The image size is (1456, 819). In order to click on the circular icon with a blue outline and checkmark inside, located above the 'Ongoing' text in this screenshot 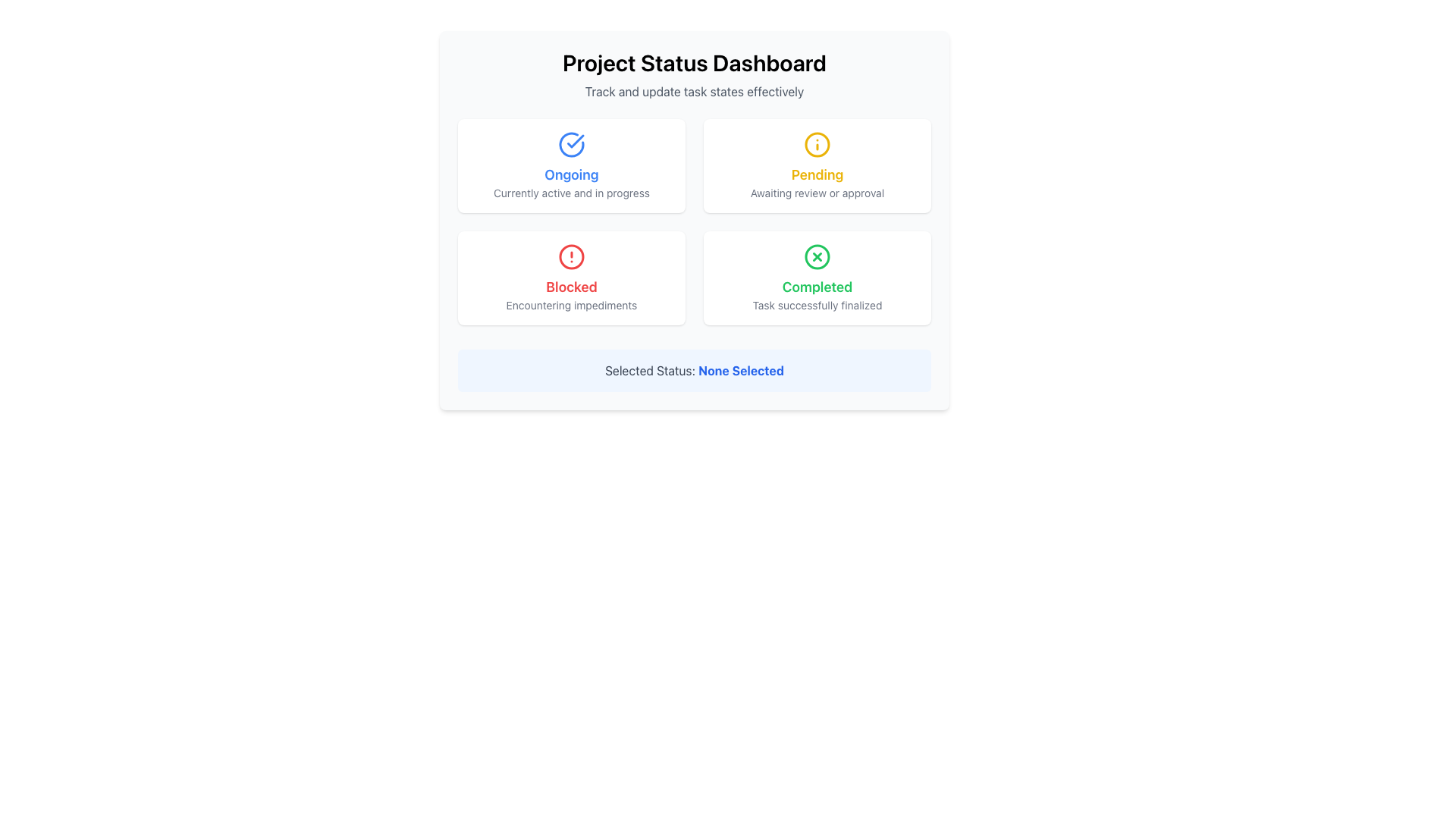, I will do `click(570, 145)`.